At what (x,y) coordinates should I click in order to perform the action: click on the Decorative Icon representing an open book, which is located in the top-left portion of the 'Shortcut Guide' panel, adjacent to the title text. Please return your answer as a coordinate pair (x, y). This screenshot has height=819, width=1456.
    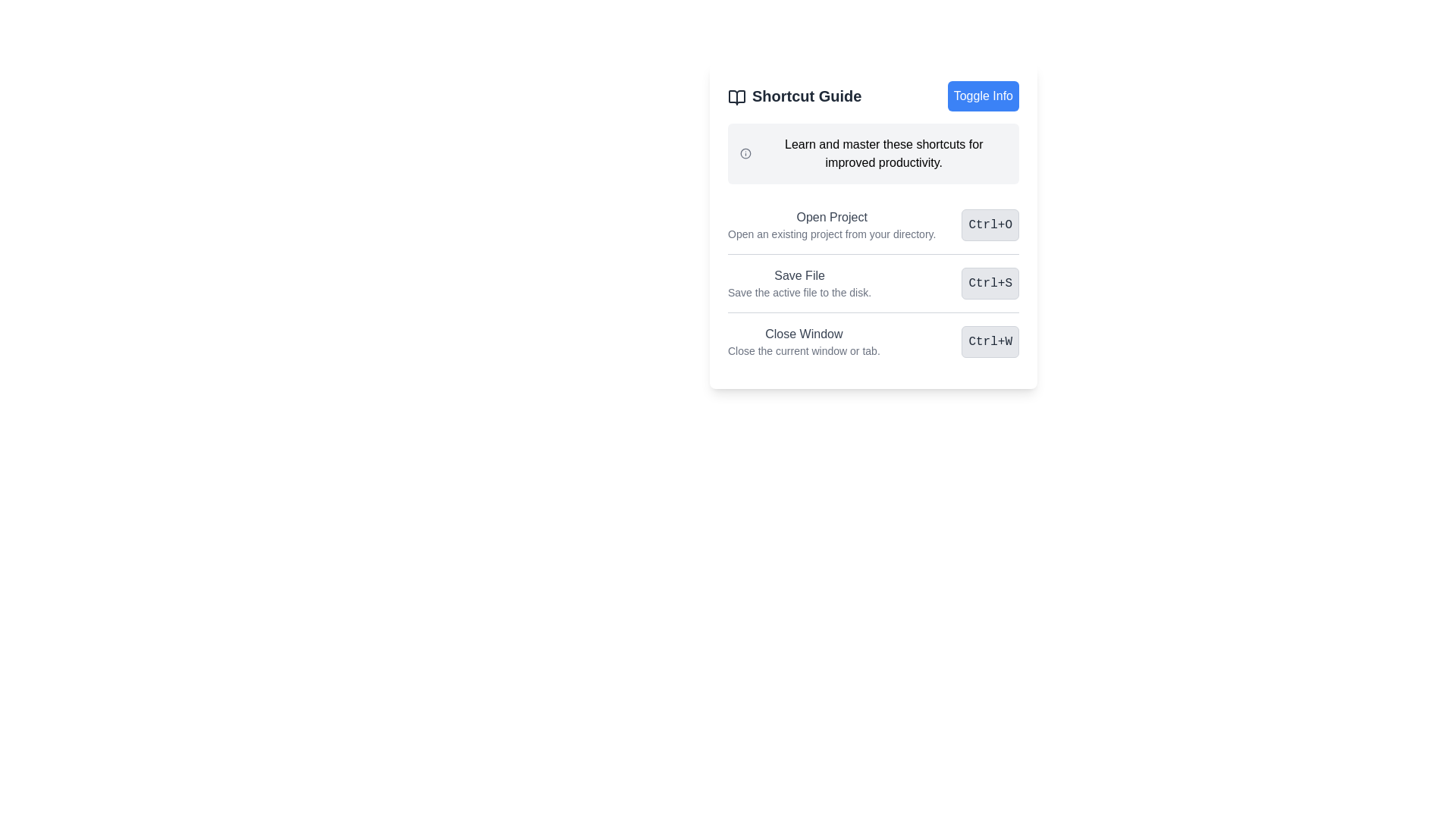
    Looking at the image, I should click on (736, 96).